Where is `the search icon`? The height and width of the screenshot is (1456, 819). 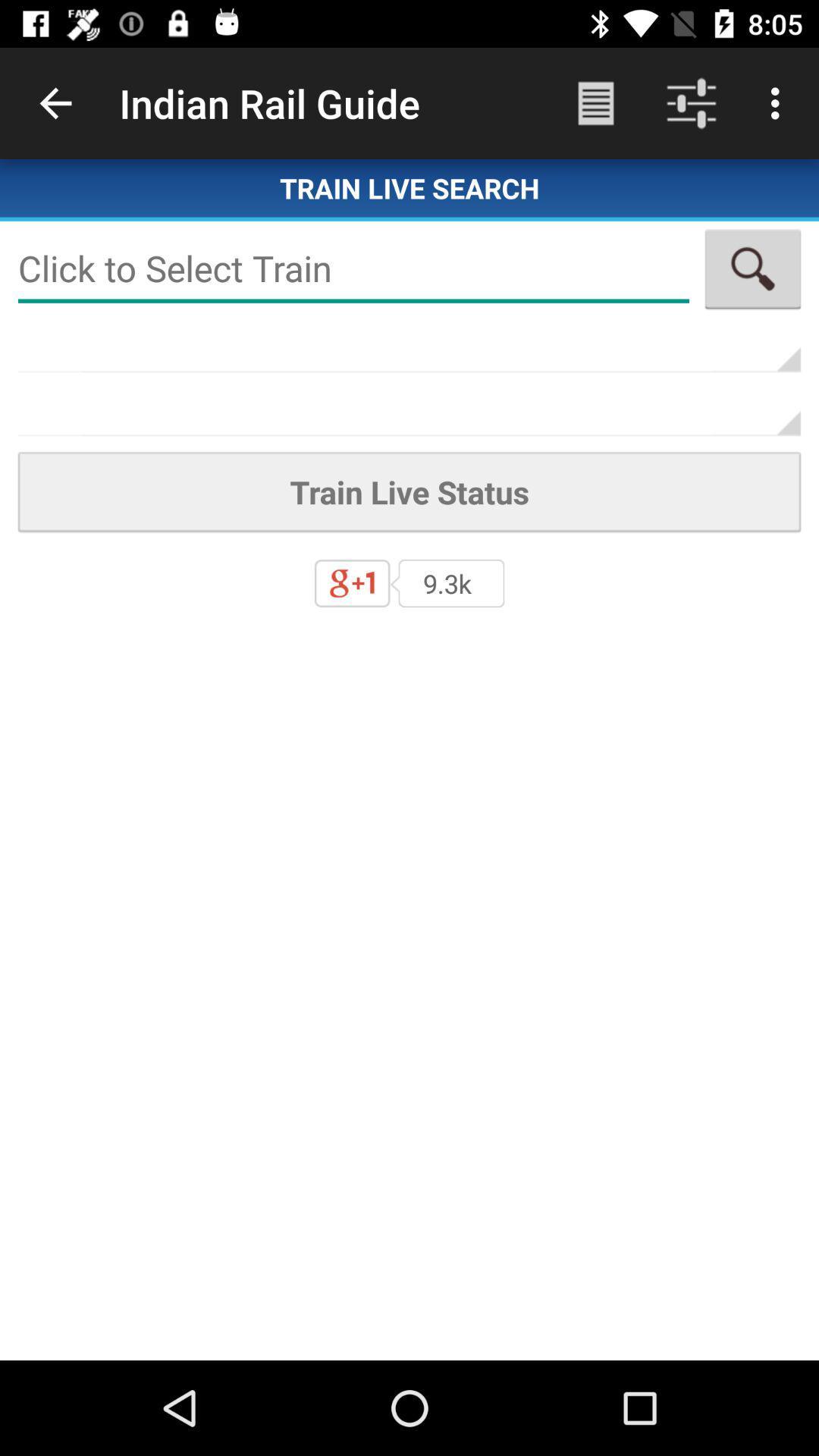 the search icon is located at coordinates (752, 268).